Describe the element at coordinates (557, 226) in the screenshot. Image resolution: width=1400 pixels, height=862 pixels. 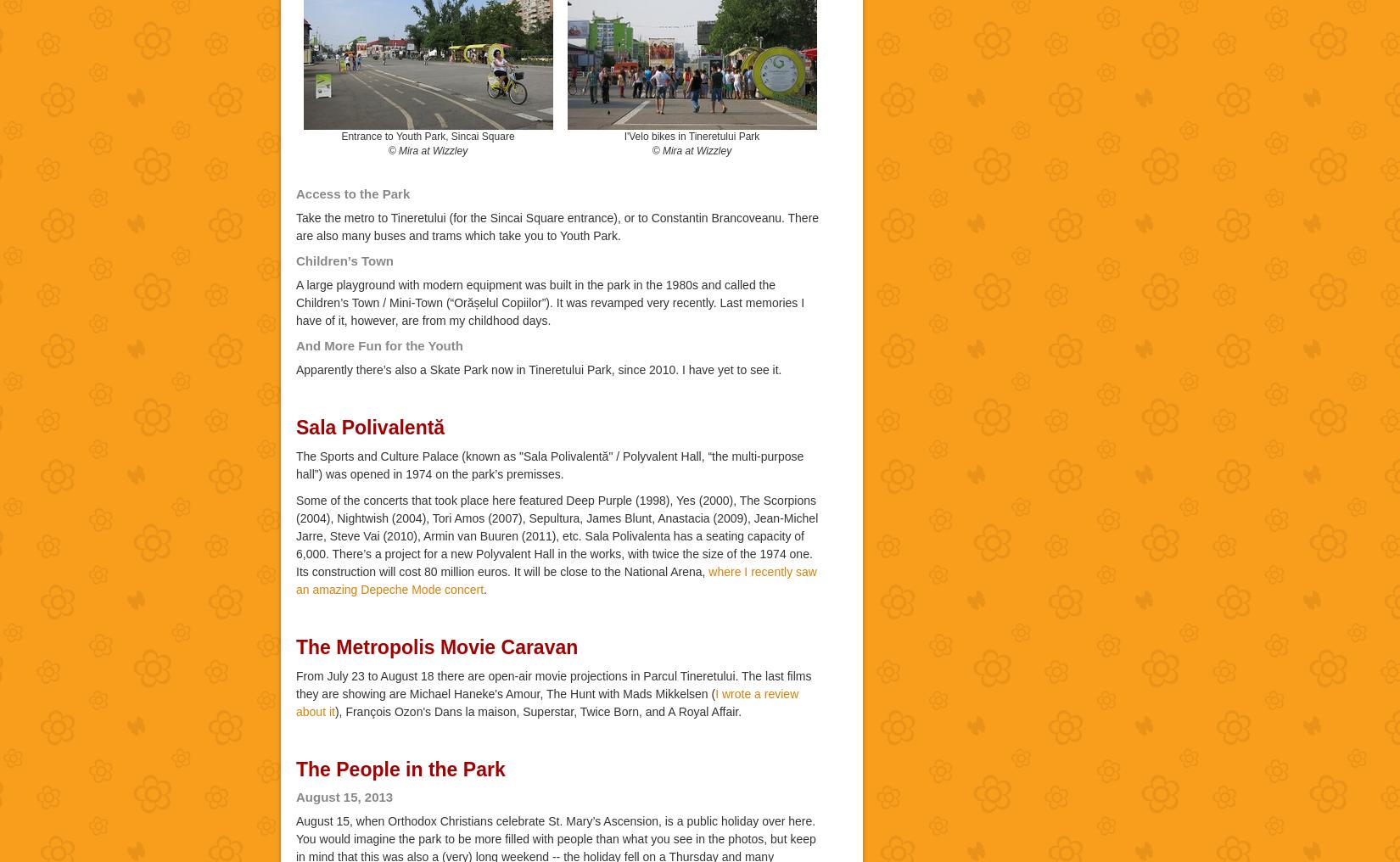
I see `'Take the metro to Tineretului (for the Sincai Square entrance), or to Constantin Brancoveanu. There are also many buses and trams which take you to Youth Park.'` at that location.